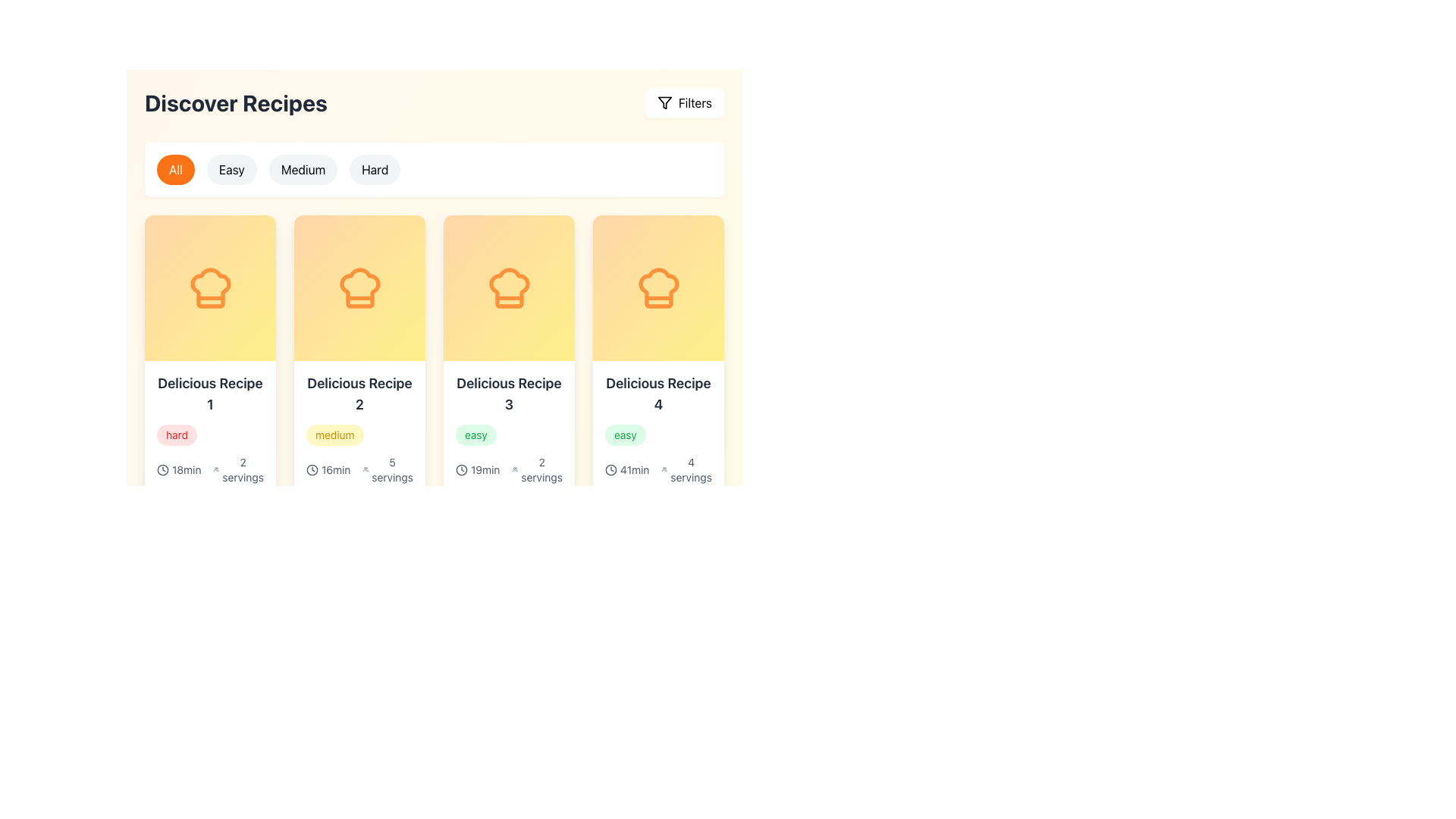  What do you see at coordinates (433, 169) in the screenshot?
I see `the first rounded button labeled 'All' in the horizontal row of filter buttons under the 'Discover Recipes' heading to make it active` at bounding box center [433, 169].